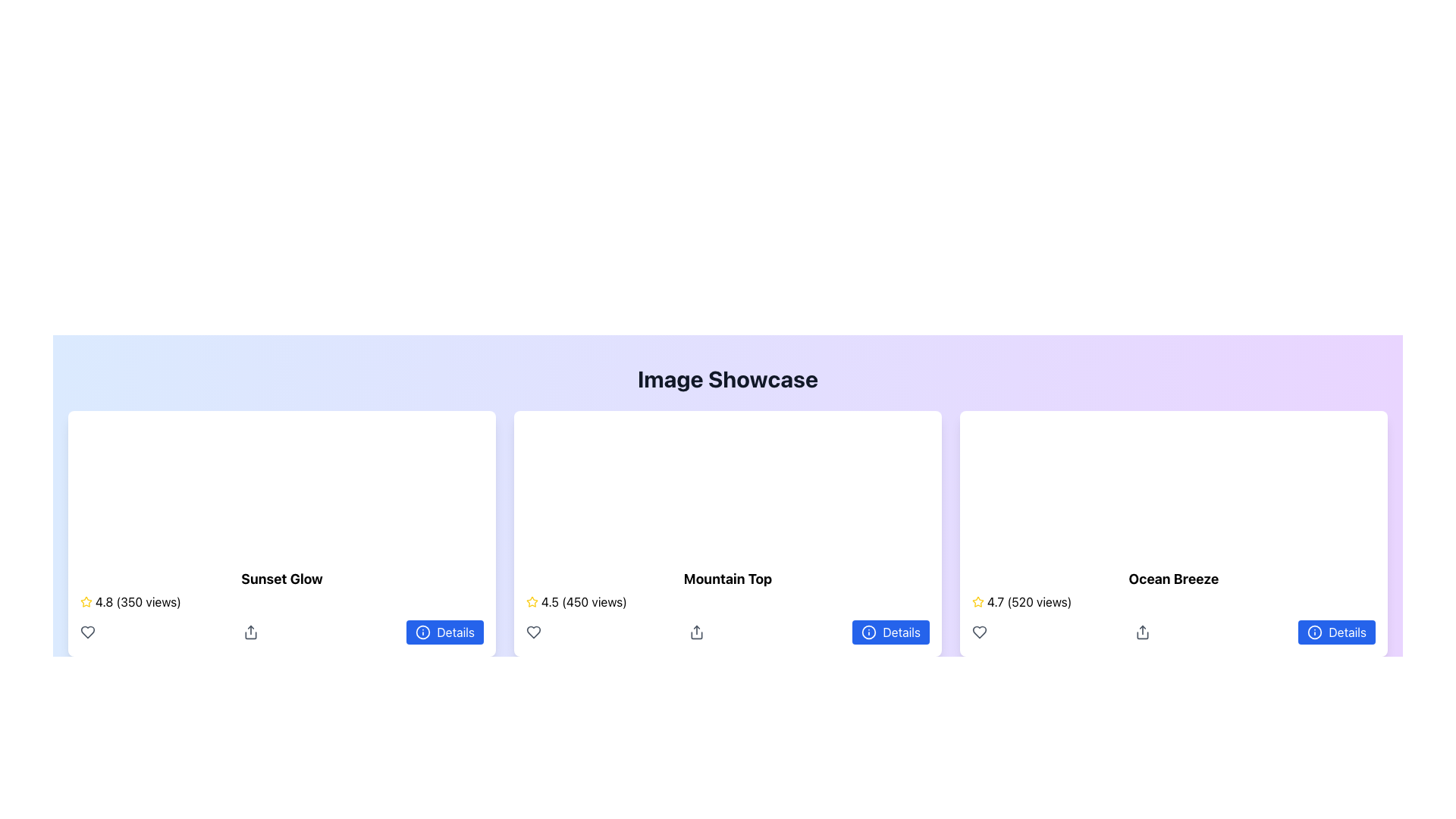  What do you see at coordinates (86, 632) in the screenshot?
I see `the heart icon located at the bottom-left corner of the leftmost card, under the rating text '4.8 (350 views)'` at bounding box center [86, 632].